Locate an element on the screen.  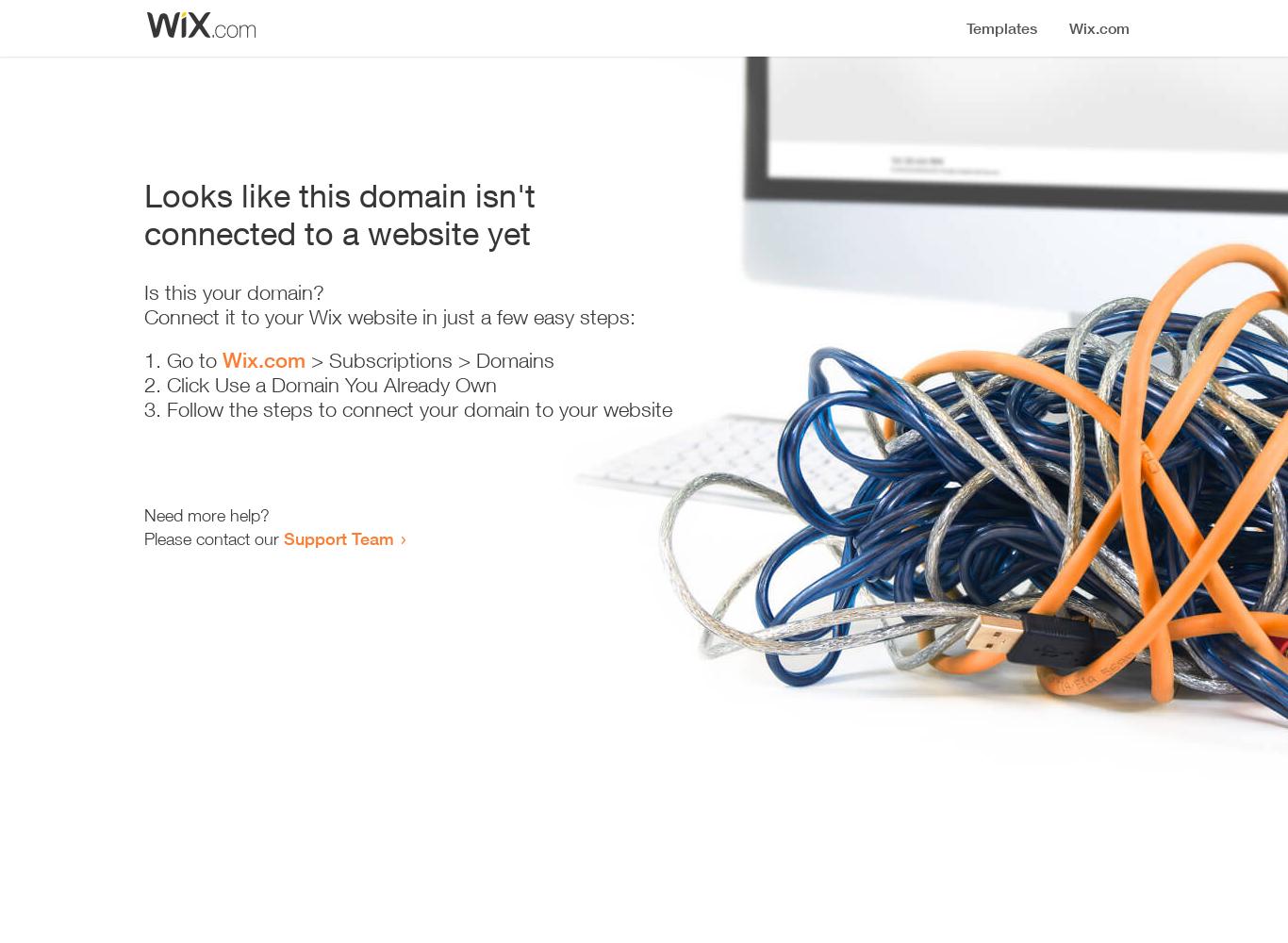
'> Subscriptions > Domains' is located at coordinates (305, 360).